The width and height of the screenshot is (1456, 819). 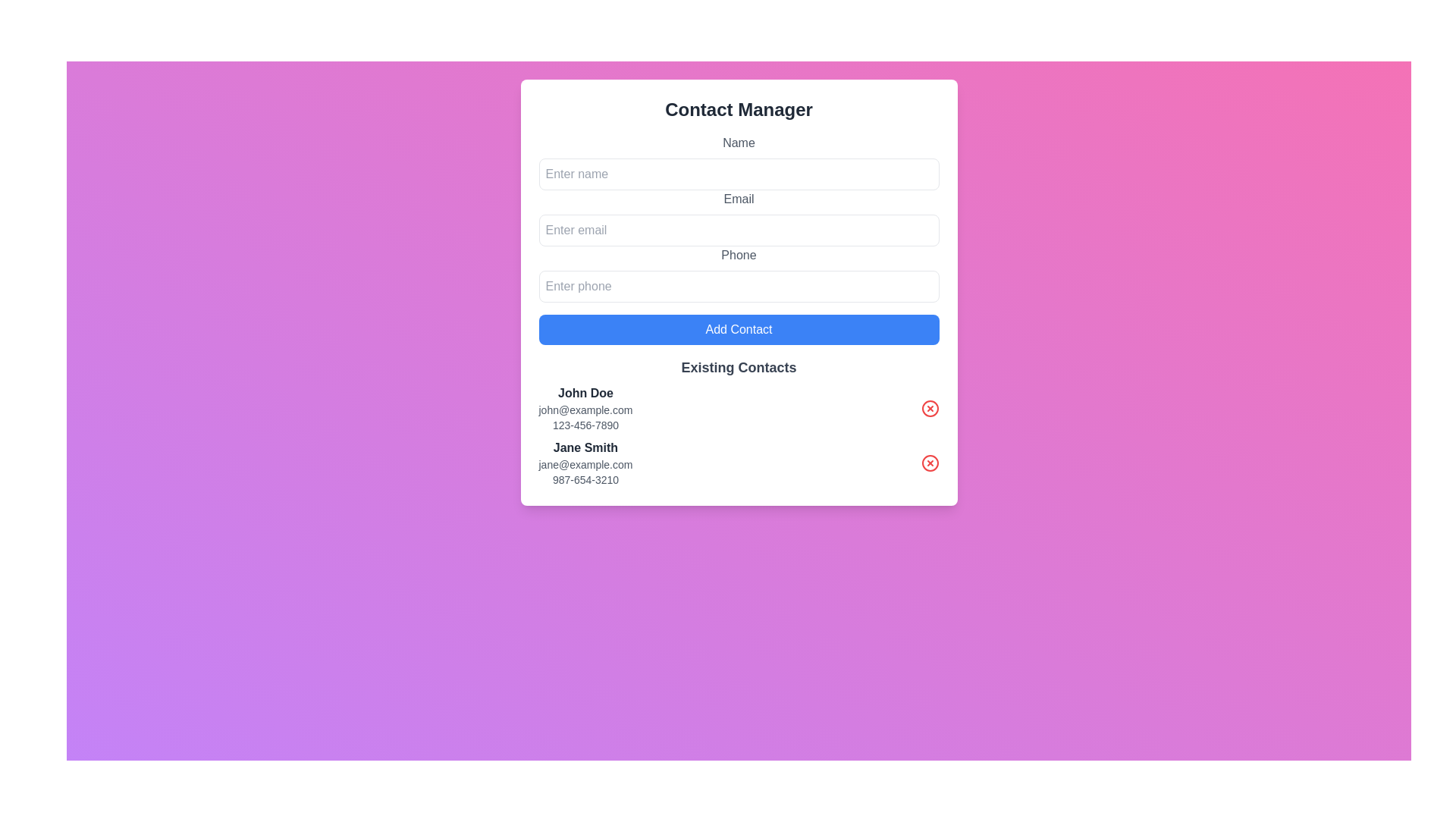 I want to click on the static text display showing the email 'jane@example.com' located below 'Jane Smith' and above '987-654-3210' in the 'Existing Contacts' section, so click(x=585, y=464).